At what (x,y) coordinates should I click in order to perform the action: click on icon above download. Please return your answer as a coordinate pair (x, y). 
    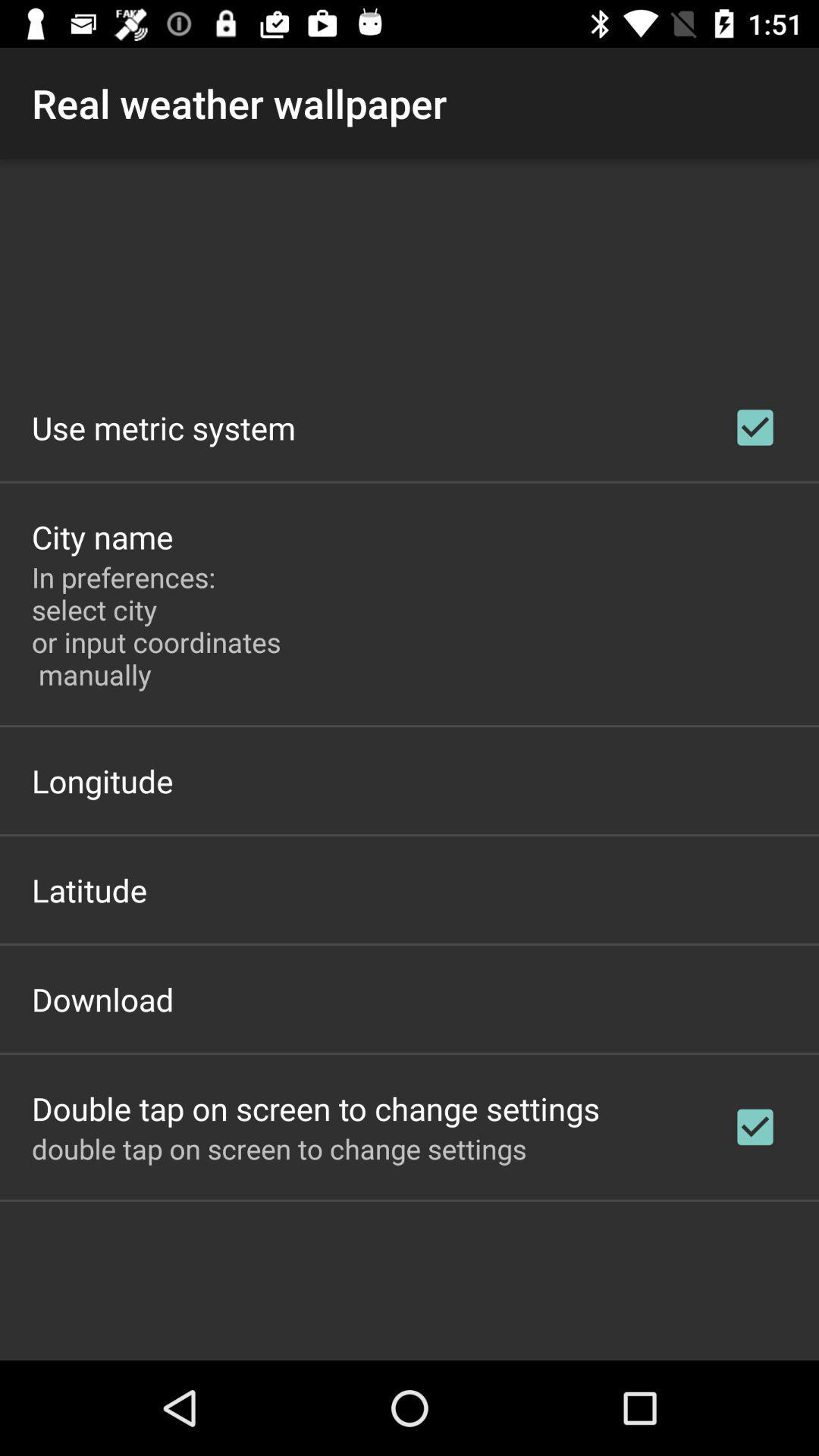
    Looking at the image, I should click on (89, 890).